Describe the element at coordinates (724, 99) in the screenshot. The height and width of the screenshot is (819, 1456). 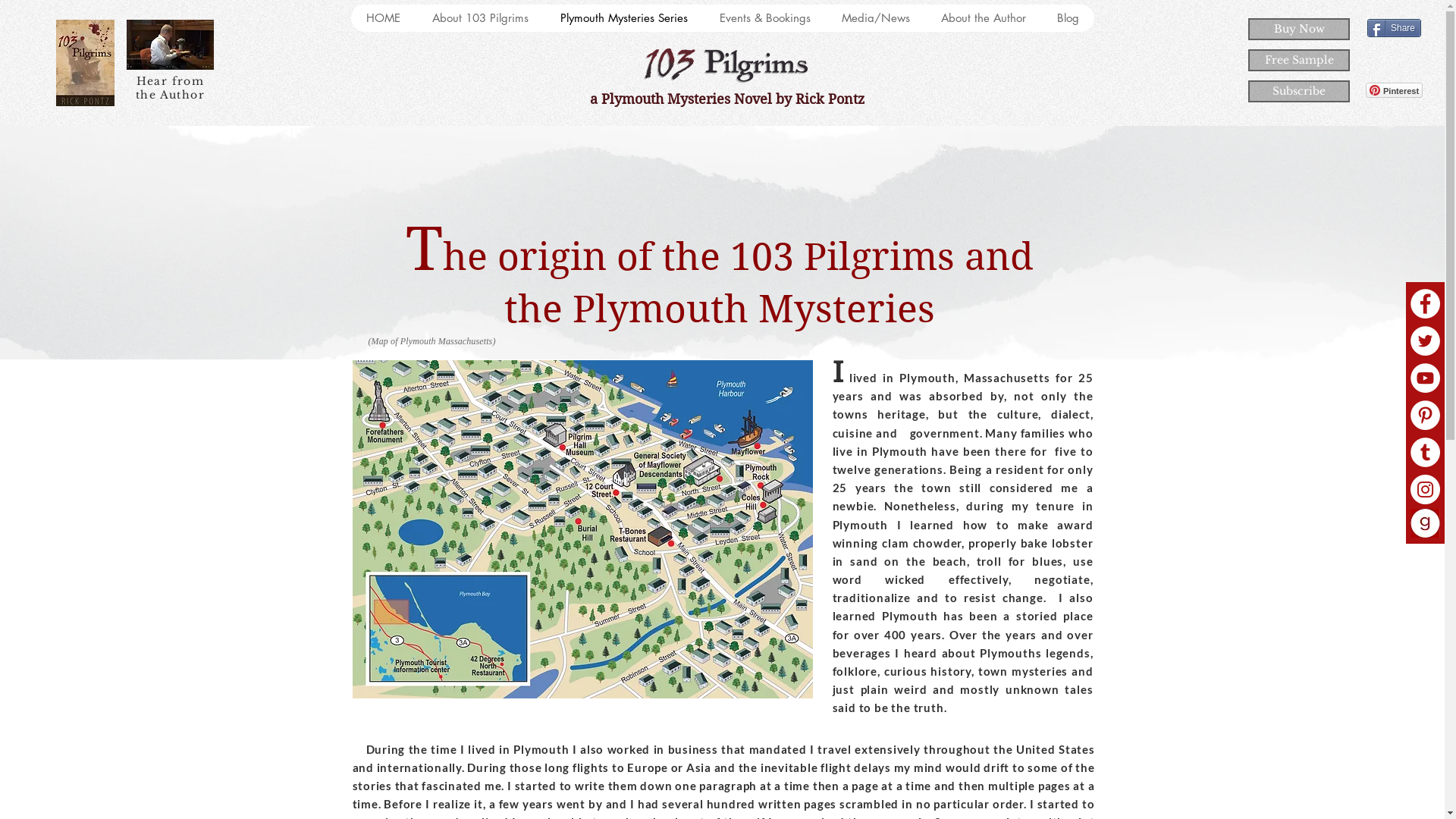
I see `' a Plymouth Mysteries Novel by Rick Pontz'` at that location.